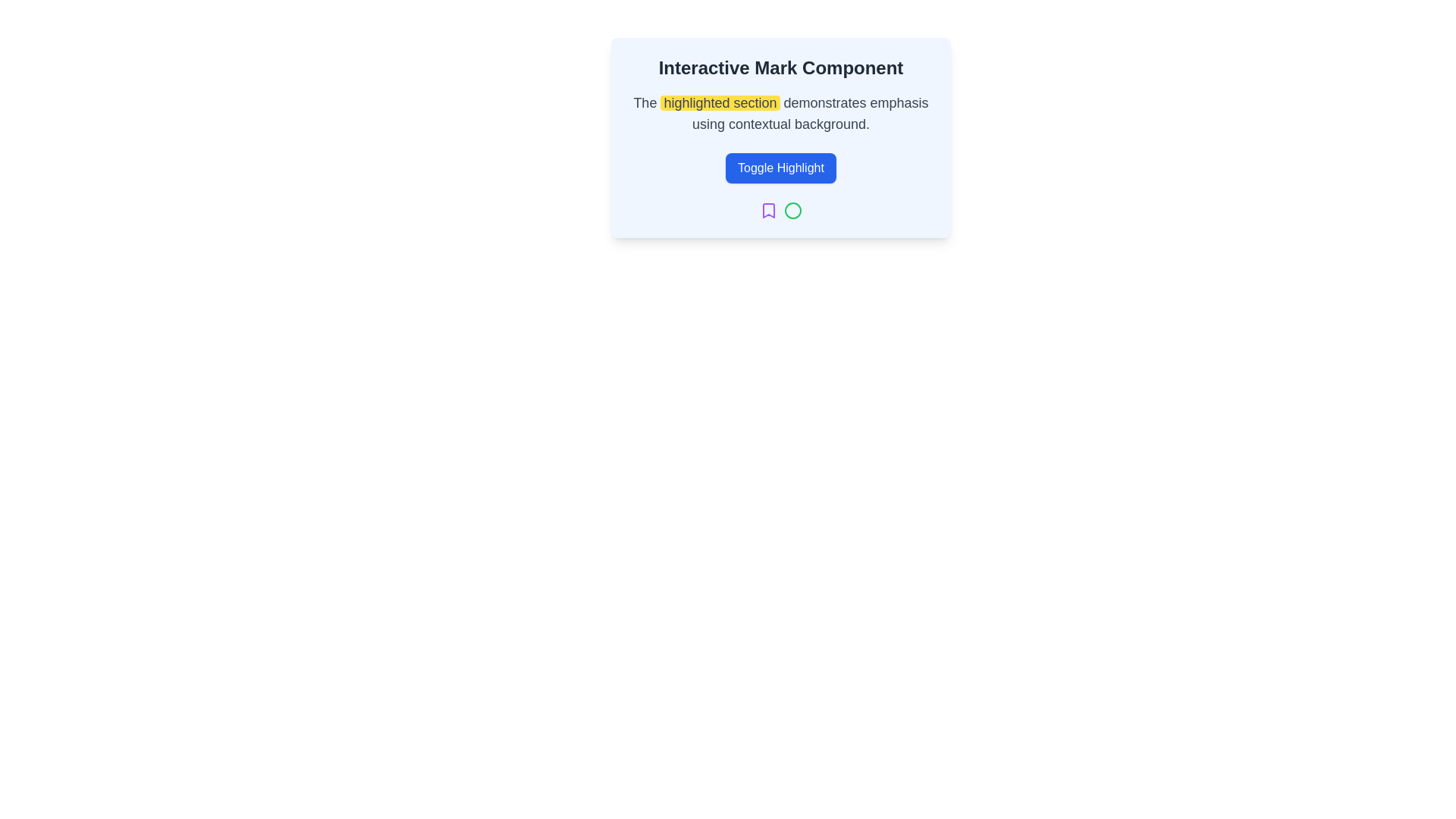 The height and width of the screenshot is (819, 1456). I want to click on the button designed to toggle the highlighting functionality, which is located below the descriptive text and above the icons for interaction, so click(781, 168).